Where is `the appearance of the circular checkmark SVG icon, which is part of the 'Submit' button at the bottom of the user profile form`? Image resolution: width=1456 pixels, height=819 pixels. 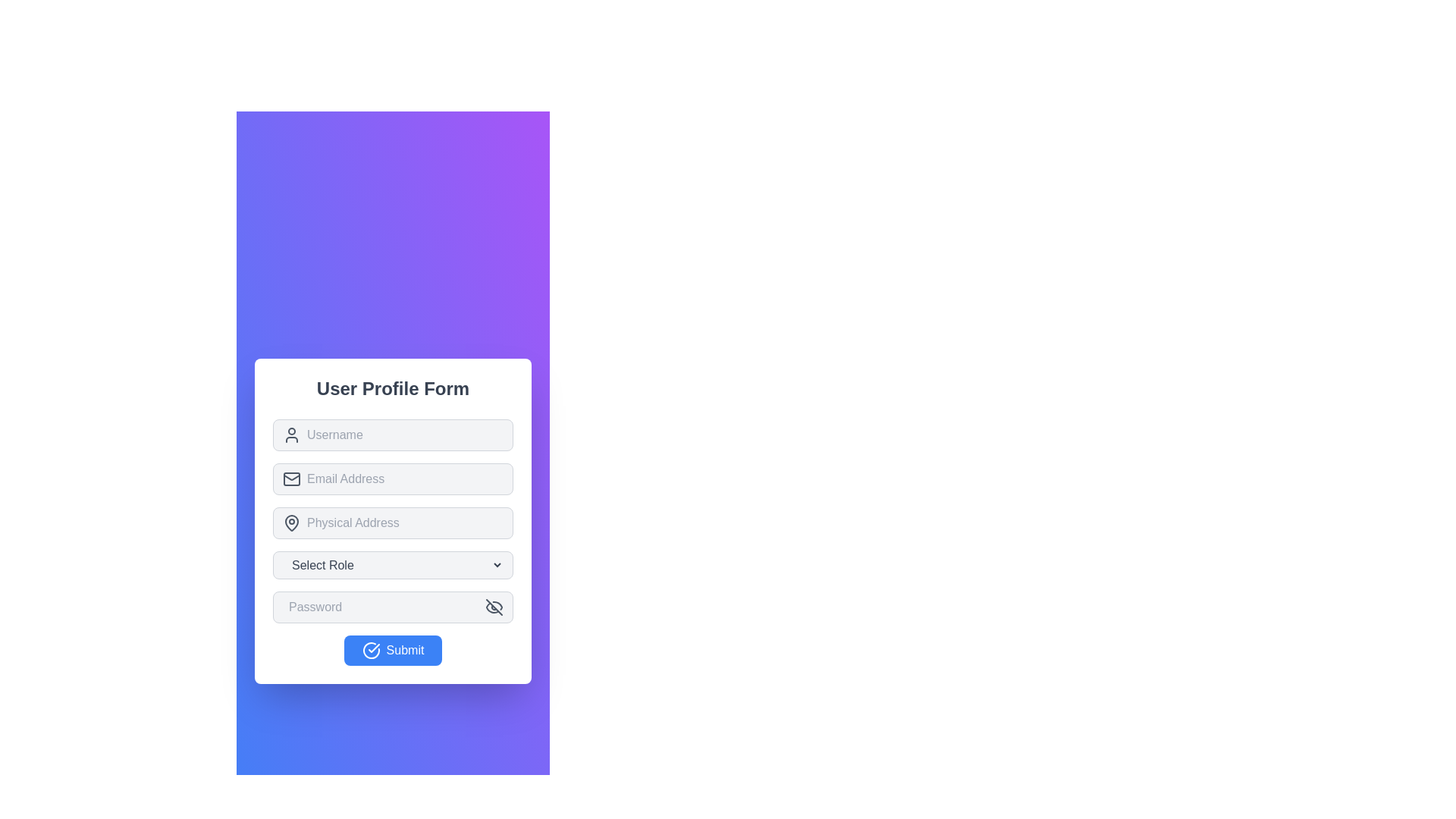
the appearance of the circular checkmark SVG icon, which is part of the 'Submit' button at the bottom of the user profile form is located at coordinates (371, 649).